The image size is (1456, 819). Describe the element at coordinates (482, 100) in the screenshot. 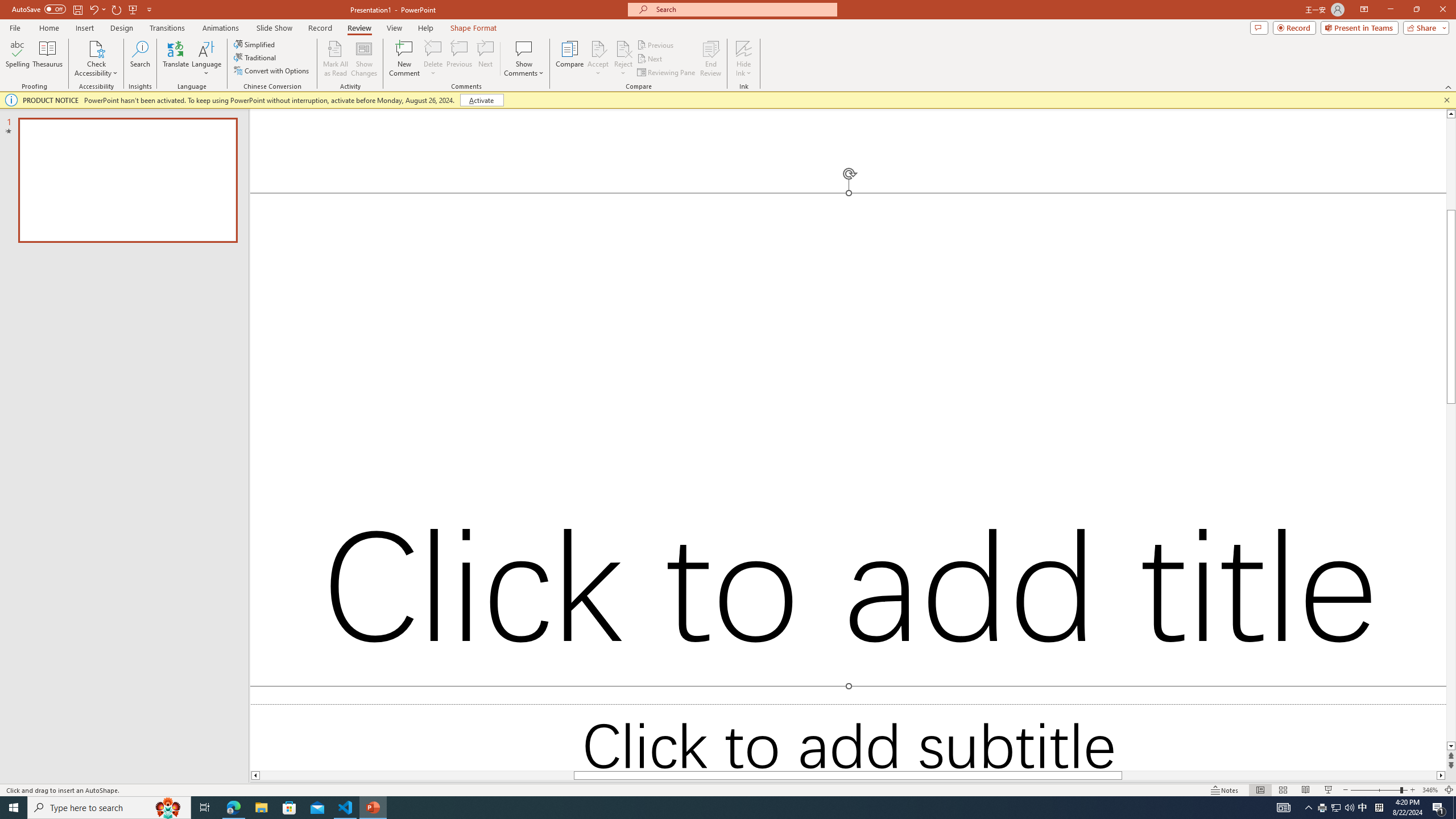

I see `'Activate'` at that location.